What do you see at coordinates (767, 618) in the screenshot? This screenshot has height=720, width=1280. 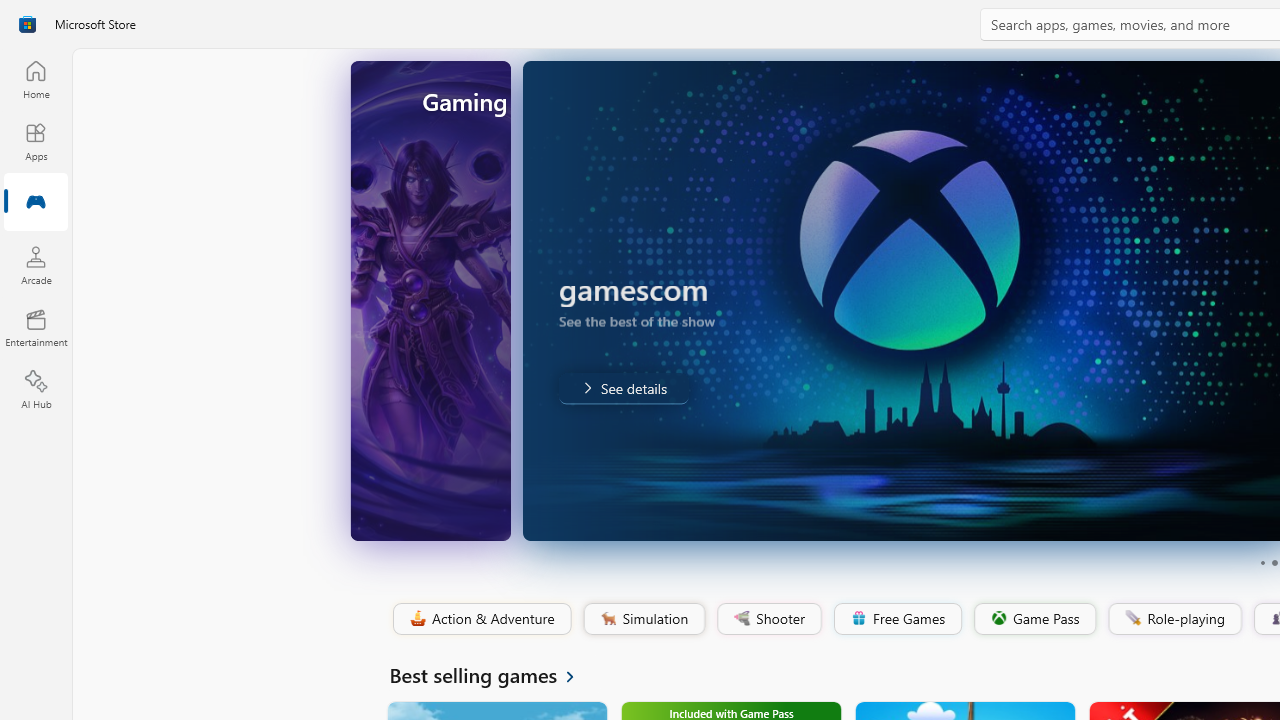 I see `'Shooter'` at bounding box center [767, 618].